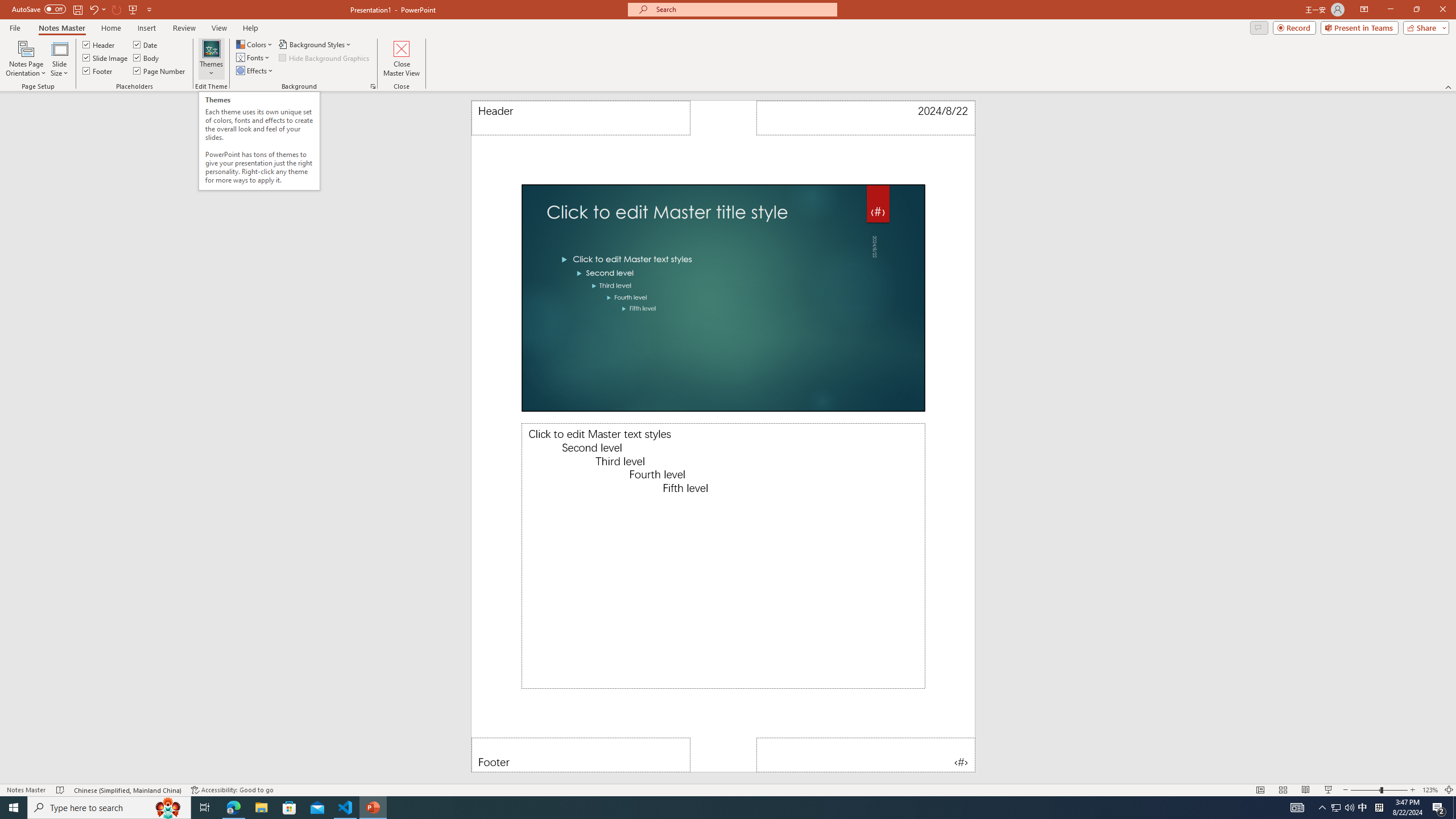 The height and width of the screenshot is (819, 1456). Describe the element at coordinates (105, 56) in the screenshot. I see `'Slide Image'` at that location.